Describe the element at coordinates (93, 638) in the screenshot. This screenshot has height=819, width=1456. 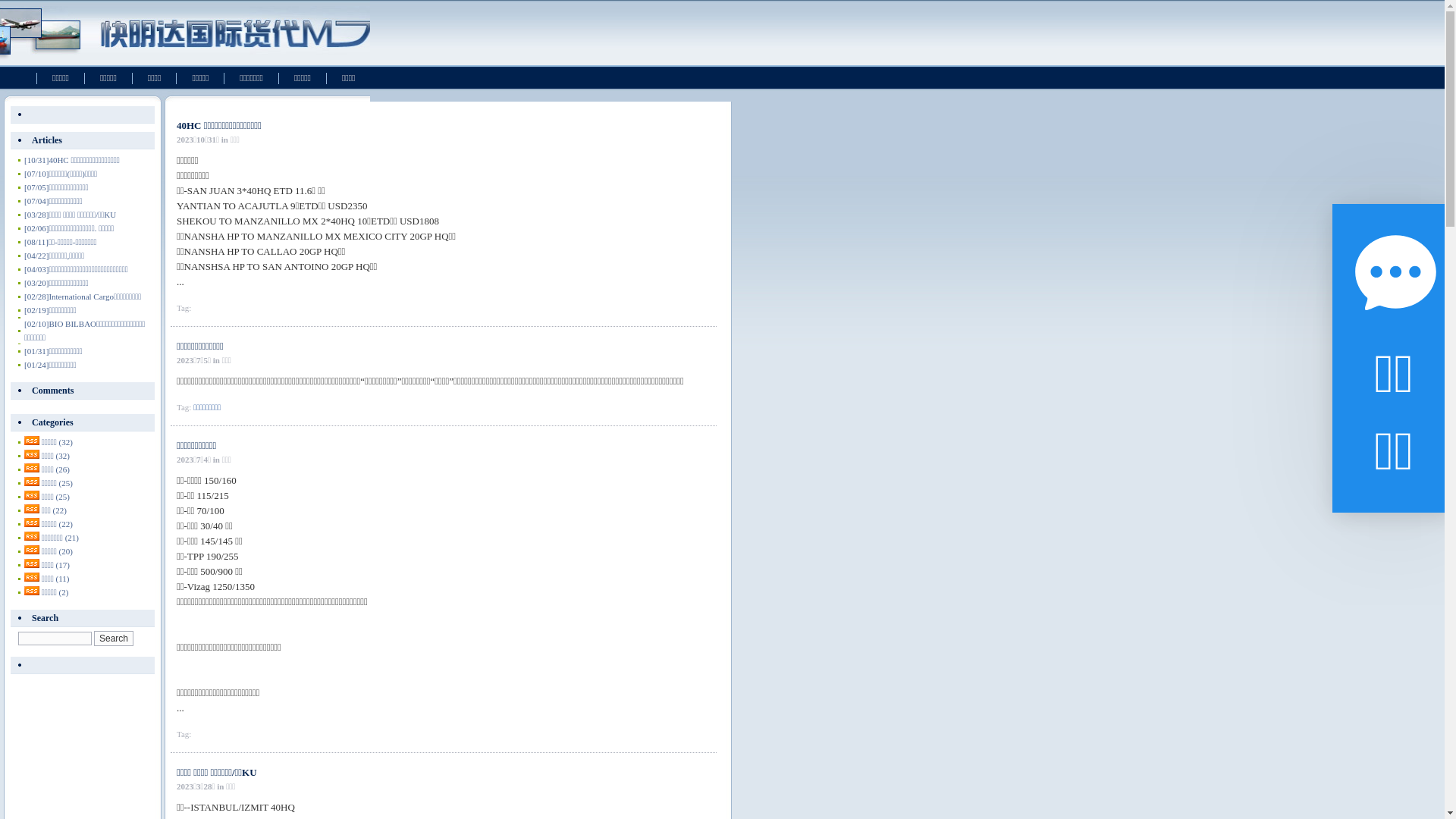
I see `'Search'` at that location.